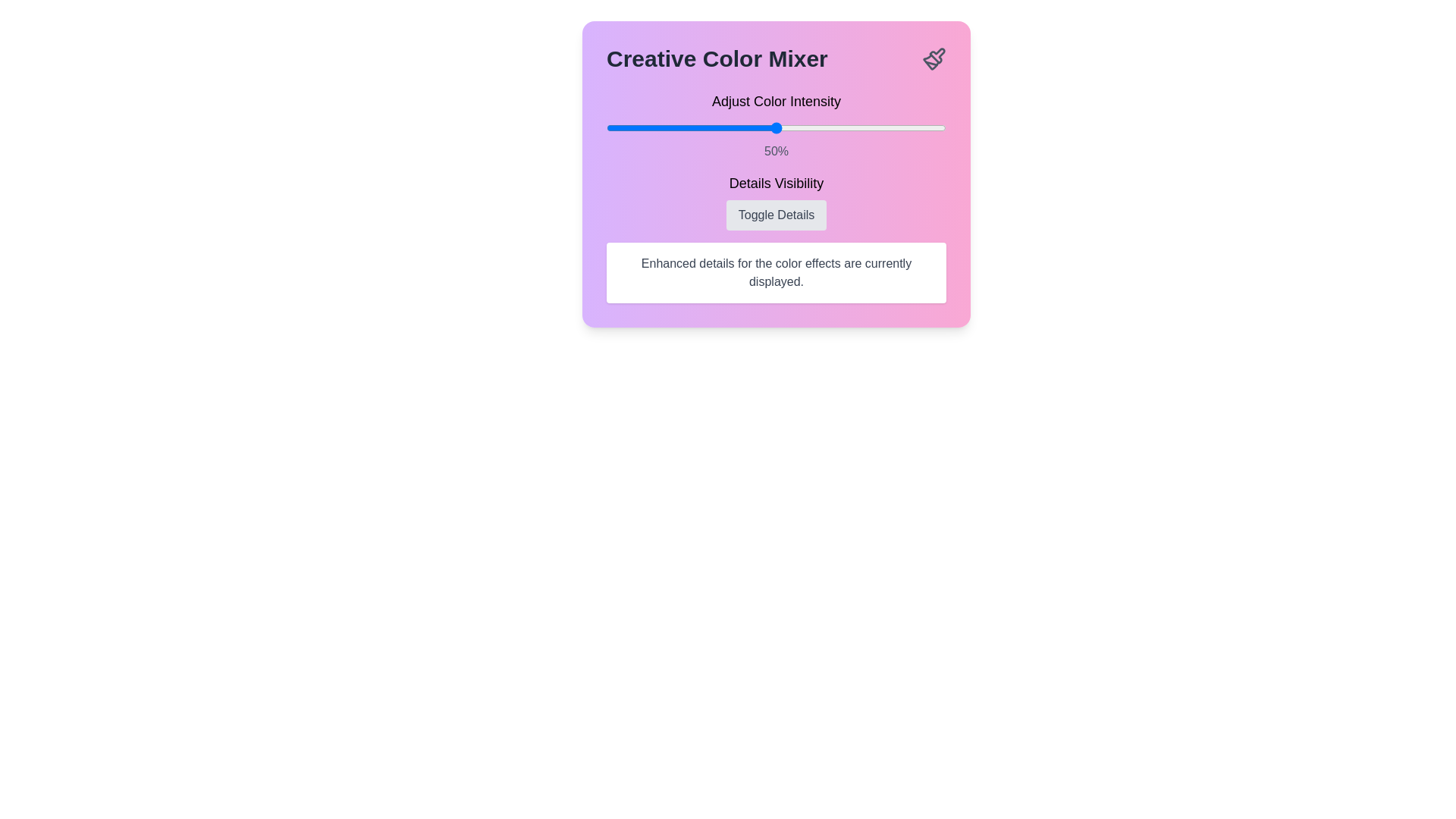  I want to click on the Text Label that indicates the current state or effect, located in the bottom section of a white, rounded rectangle with shadows, so click(776, 271).